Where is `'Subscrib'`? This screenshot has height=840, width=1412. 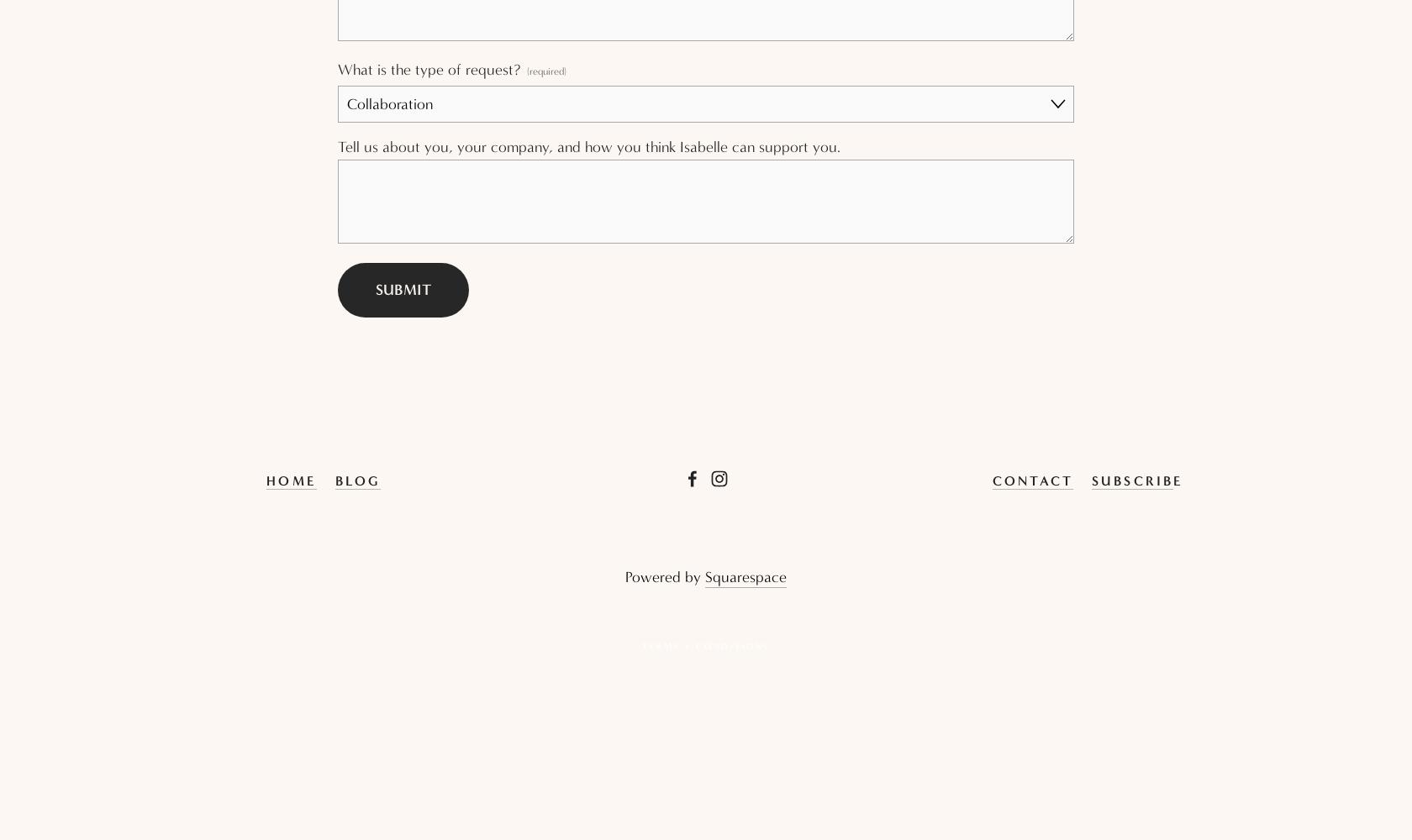
'Subscrib' is located at coordinates (1132, 479).